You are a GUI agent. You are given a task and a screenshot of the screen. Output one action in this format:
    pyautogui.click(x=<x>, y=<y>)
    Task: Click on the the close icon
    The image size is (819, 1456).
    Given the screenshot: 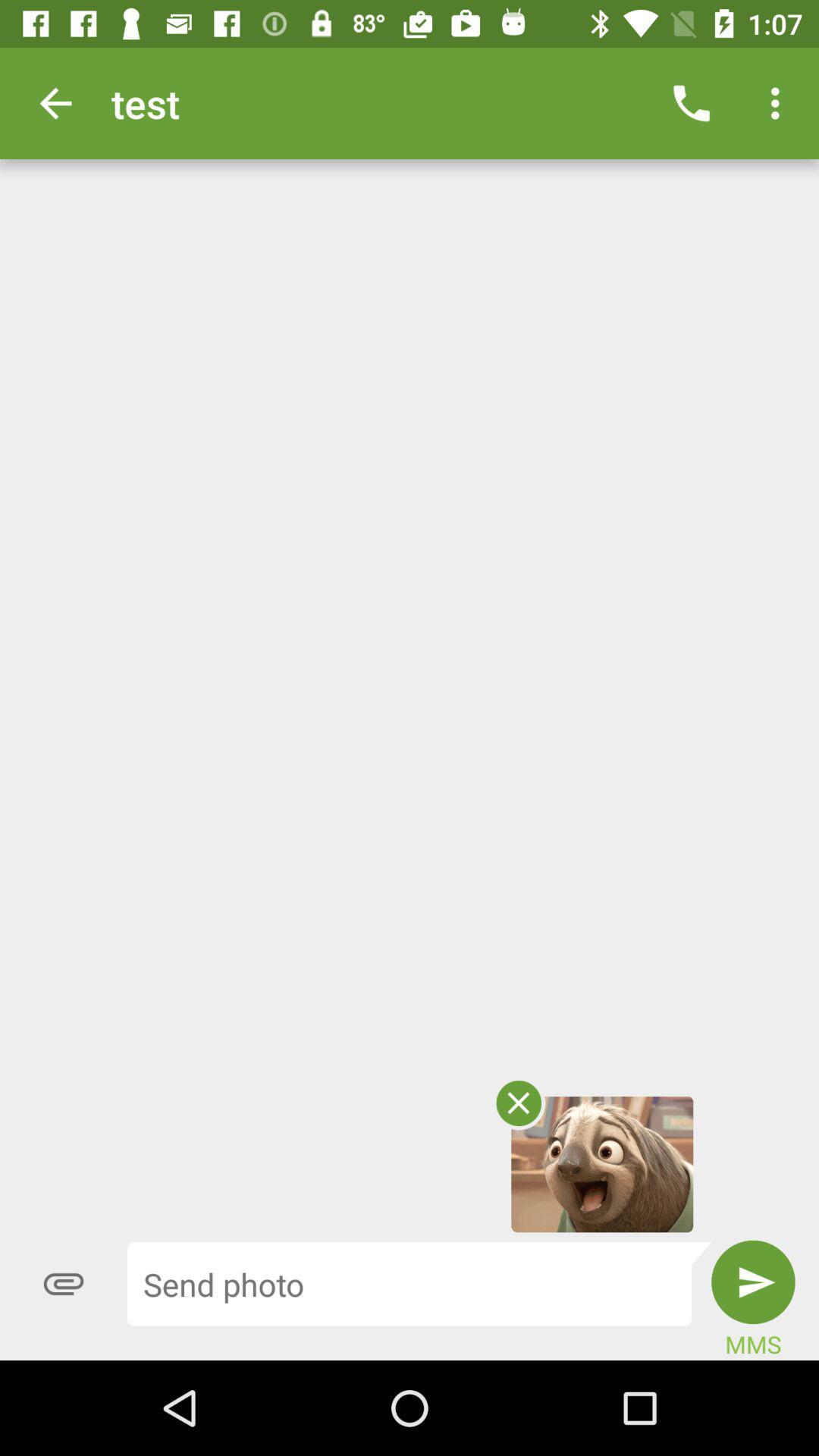 What is the action you would take?
    pyautogui.click(x=517, y=1103)
    